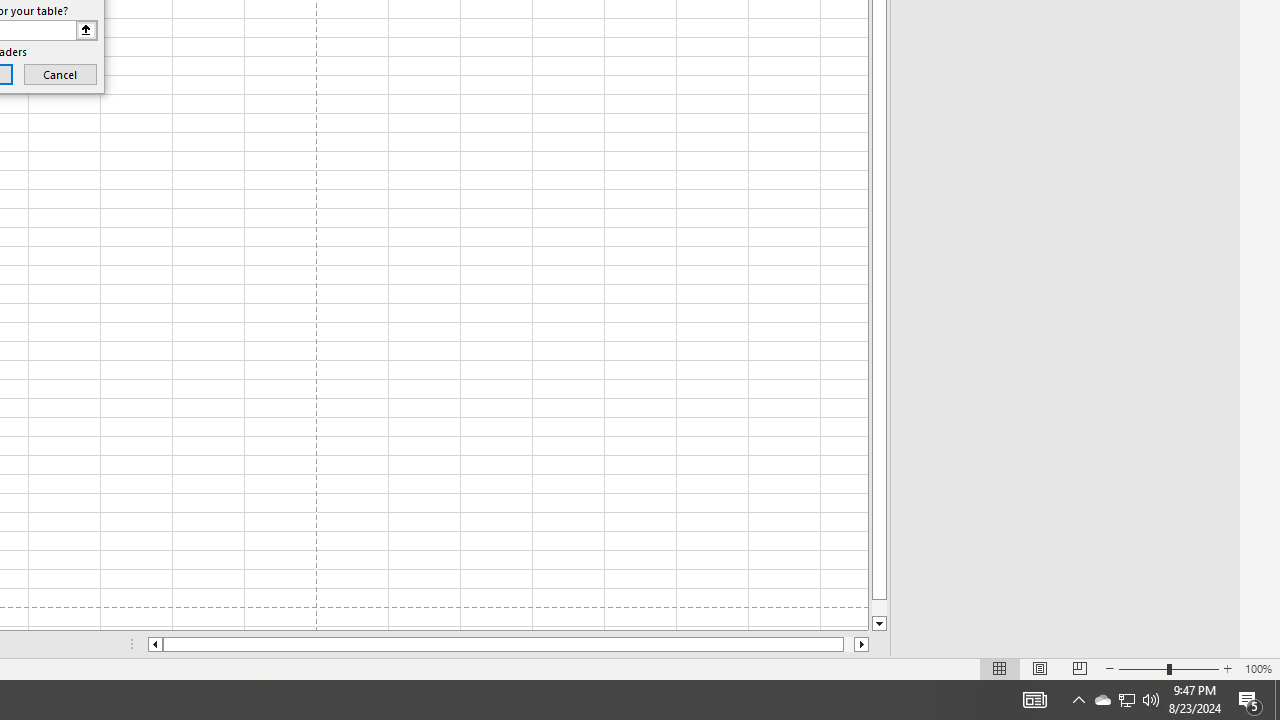 The height and width of the screenshot is (720, 1280). I want to click on 'Page Break Preview', so click(1078, 669).